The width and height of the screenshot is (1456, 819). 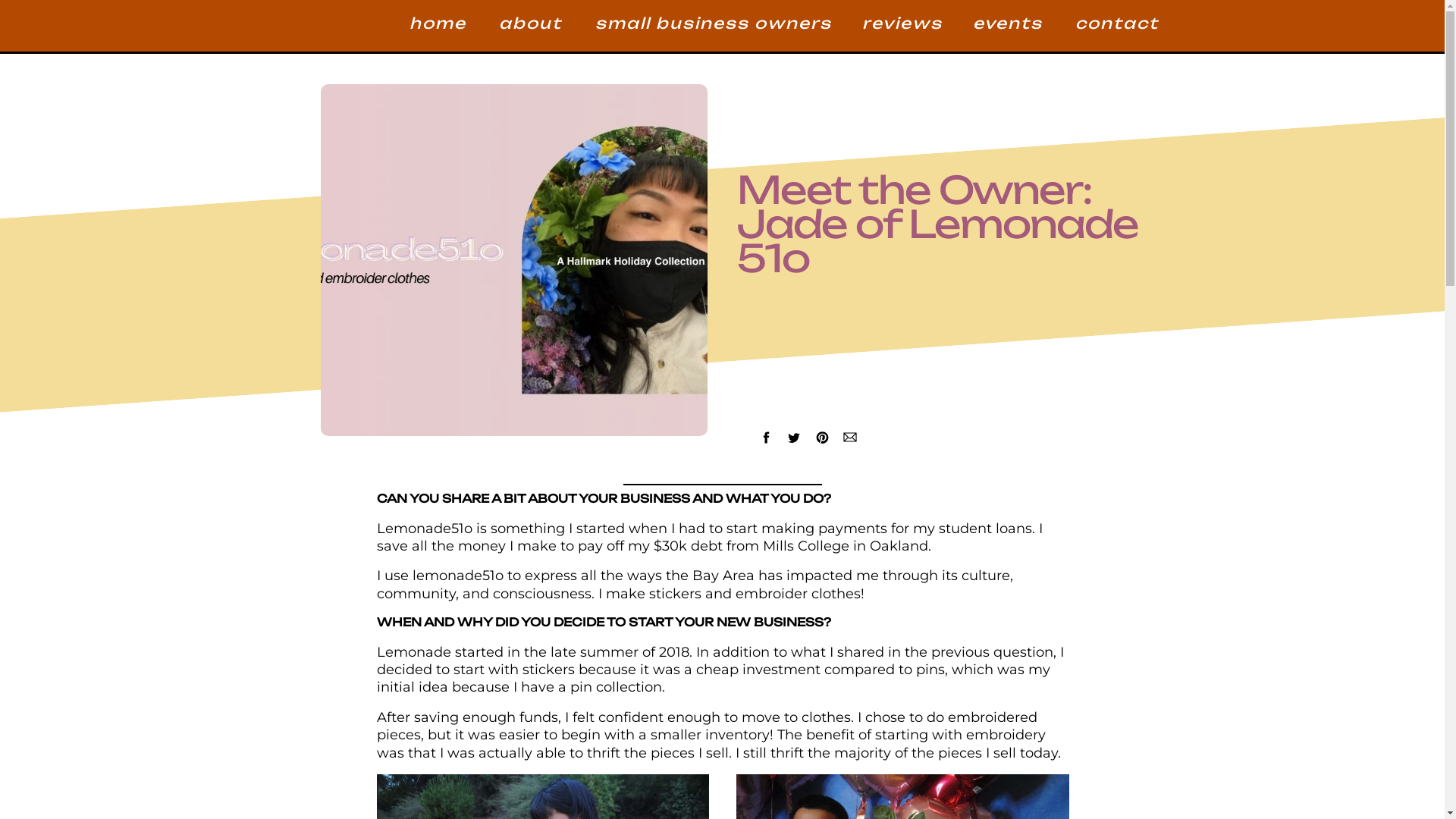 I want to click on 'contact', so click(x=1113, y=27).